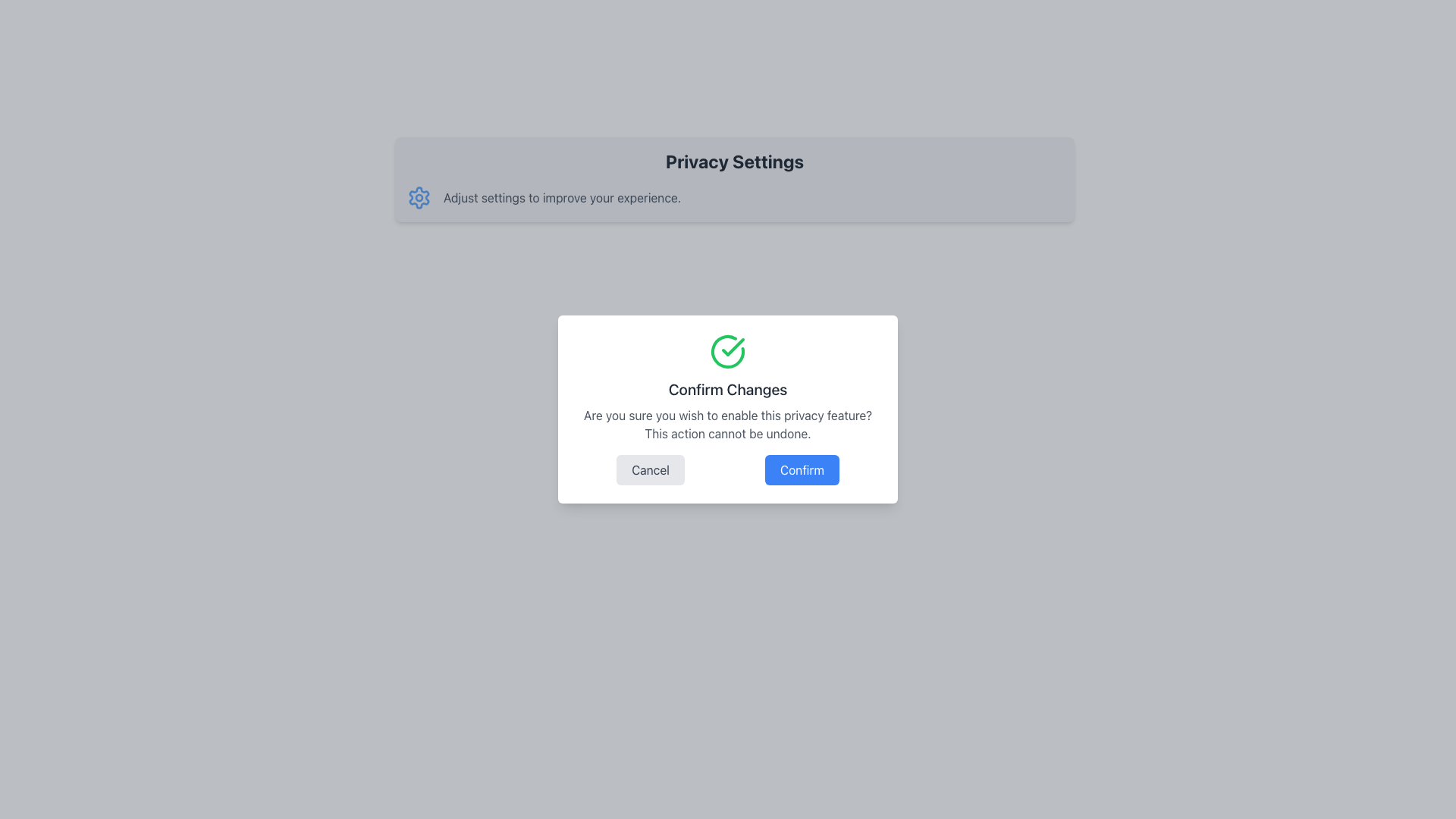 This screenshot has height=819, width=1456. What do you see at coordinates (419, 197) in the screenshot?
I see `the settings gear icon, which has a blue outline and is located to the left of the text 'Adjust settings to improve your experience.'` at bounding box center [419, 197].